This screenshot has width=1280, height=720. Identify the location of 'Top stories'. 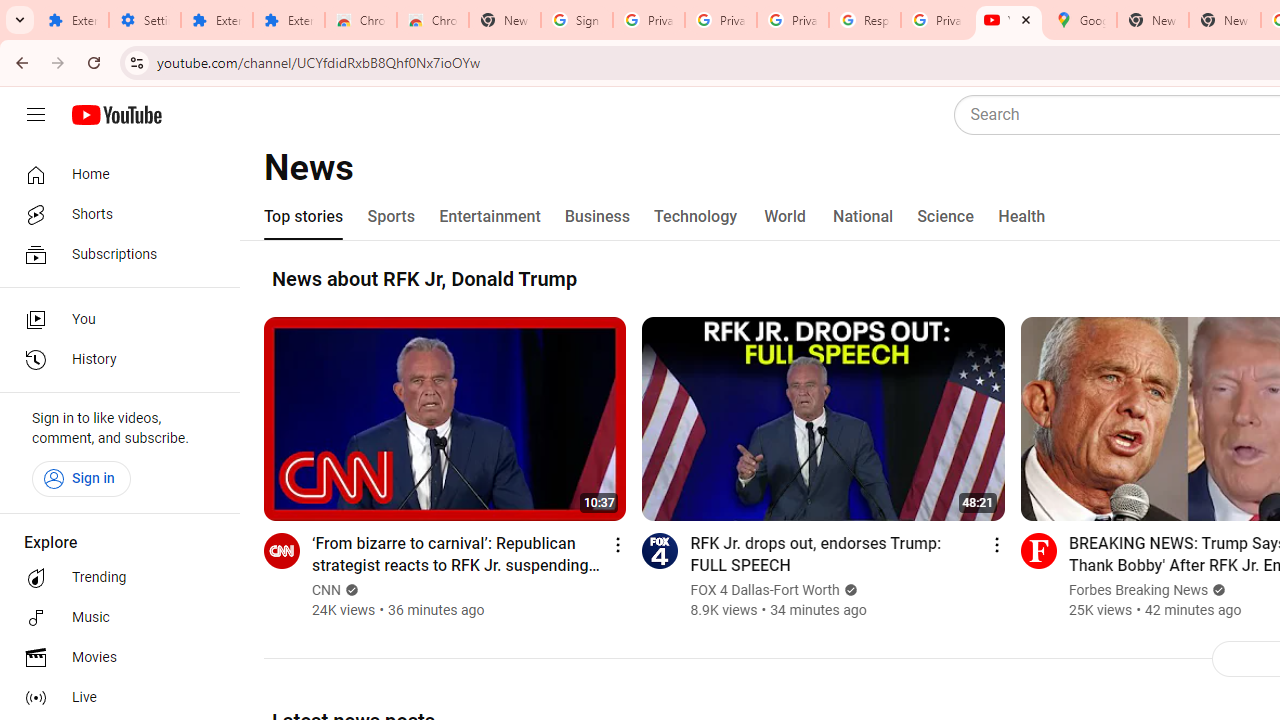
(303, 217).